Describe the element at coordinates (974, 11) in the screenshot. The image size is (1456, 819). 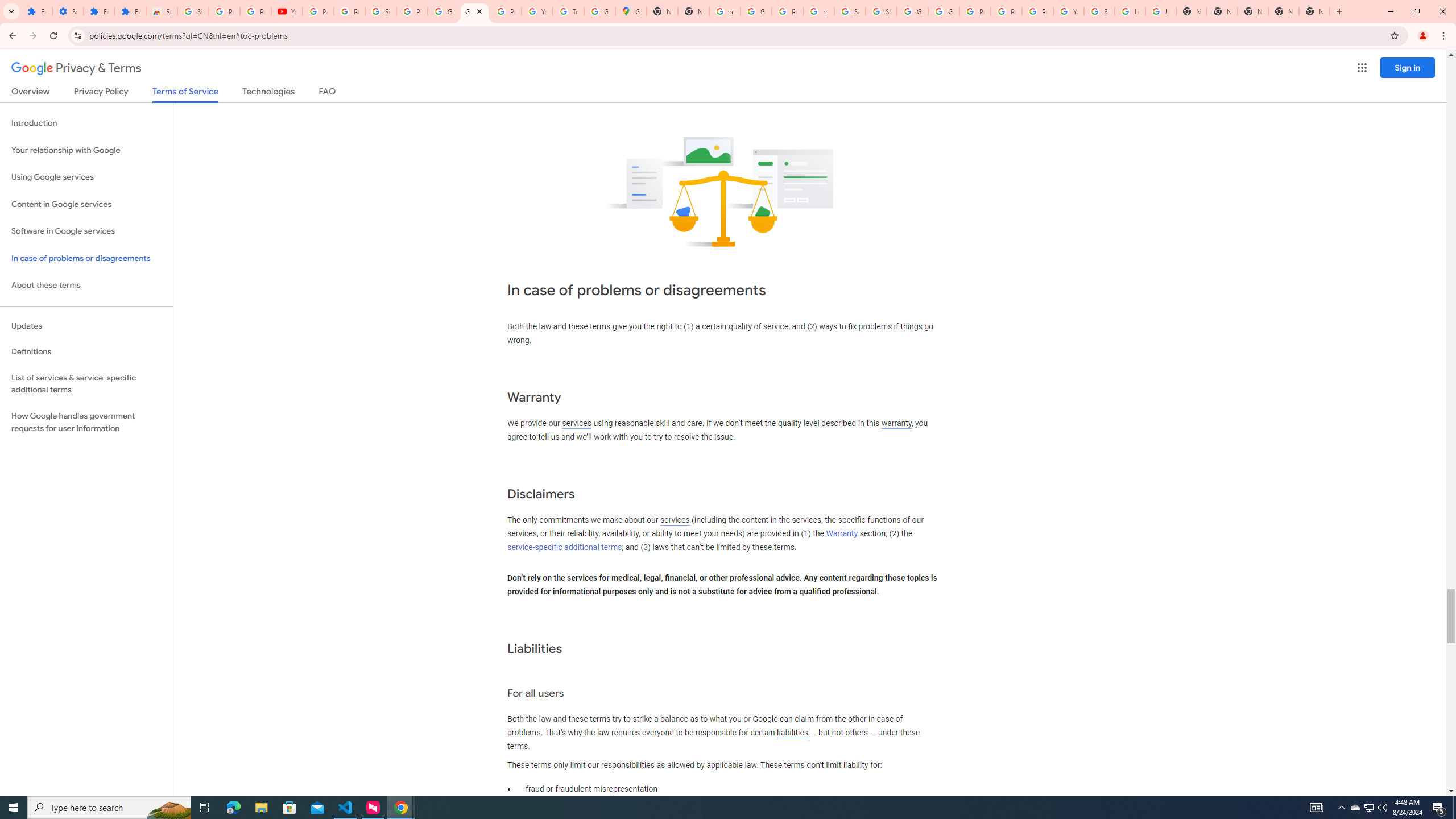
I see `'Privacy Help Center - Policies Help'` at that location.